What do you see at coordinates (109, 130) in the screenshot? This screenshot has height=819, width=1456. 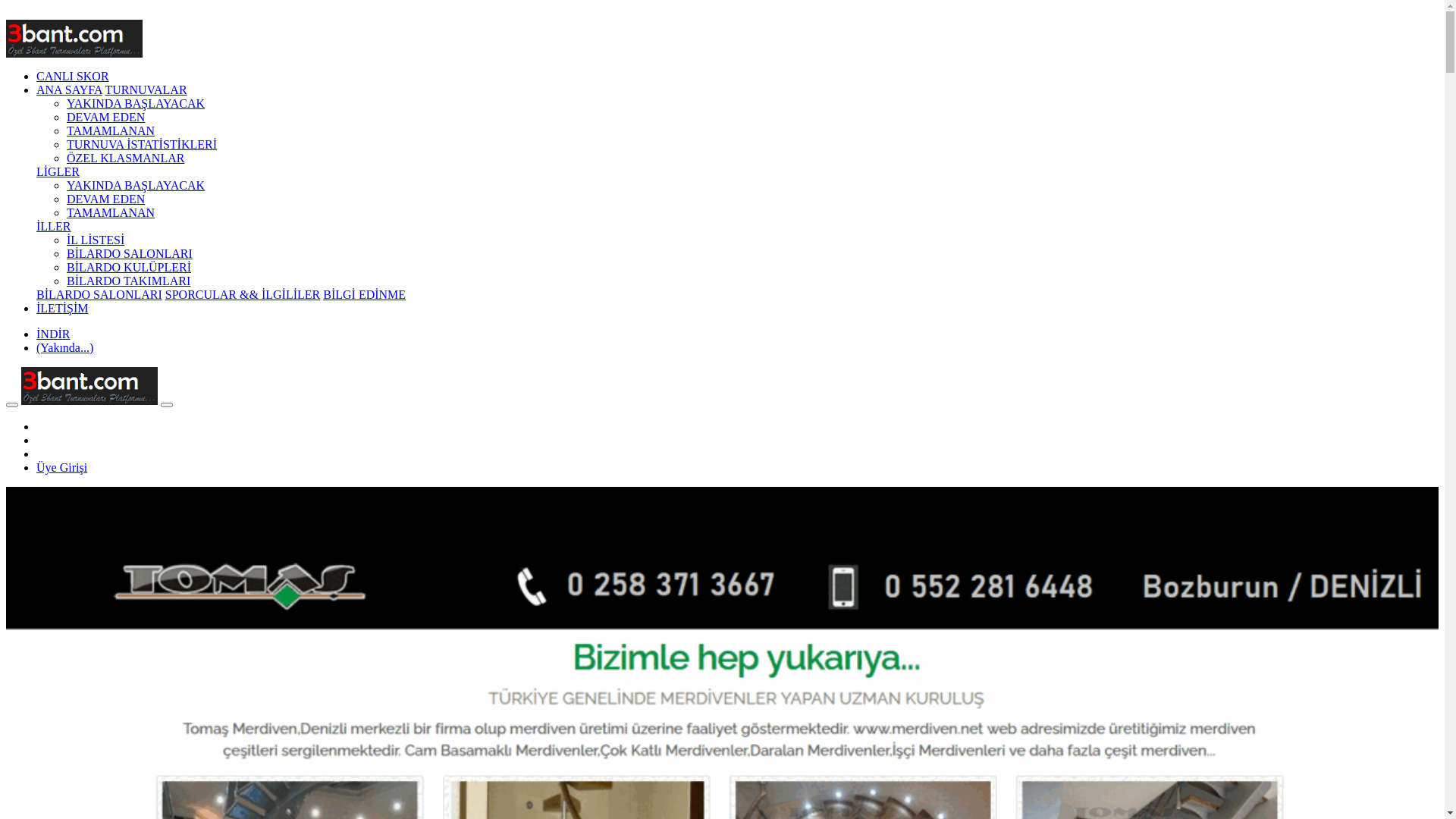 I see `'TAMAMLANAN'` at bounding box center [109, 130].